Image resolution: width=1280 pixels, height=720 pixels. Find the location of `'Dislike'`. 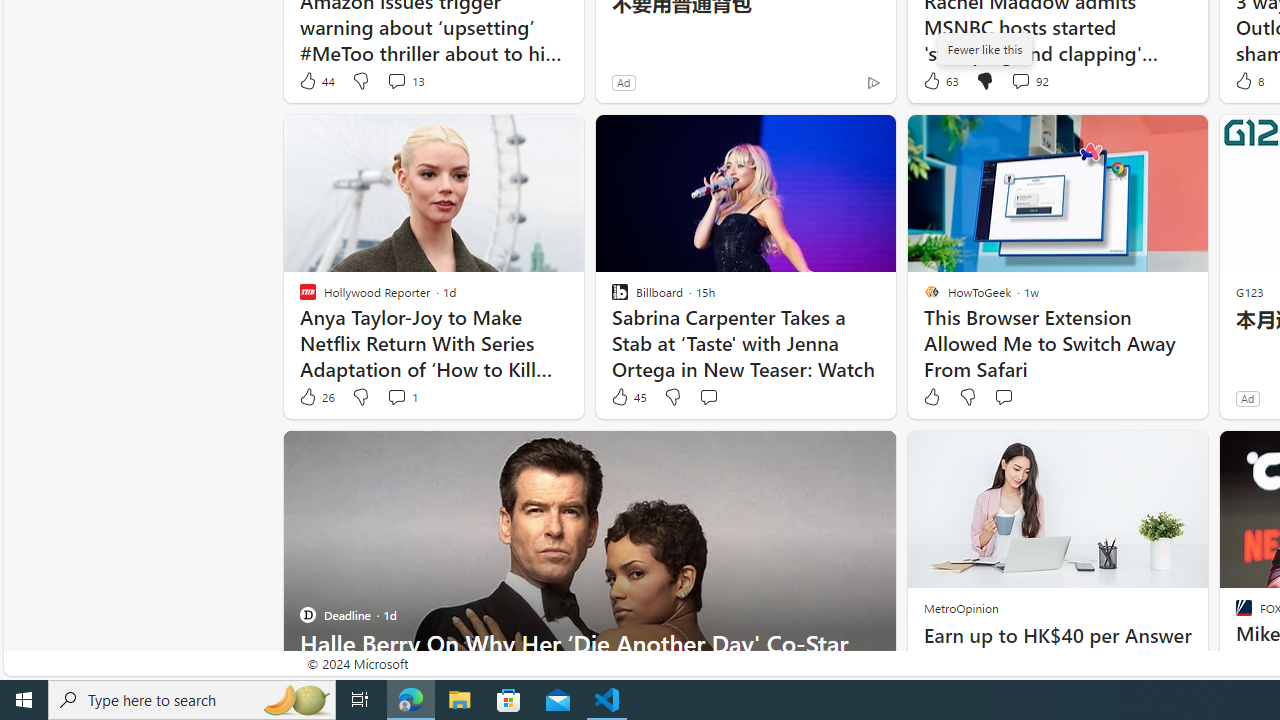

'Dislike' is located at coordinates (967, 397).